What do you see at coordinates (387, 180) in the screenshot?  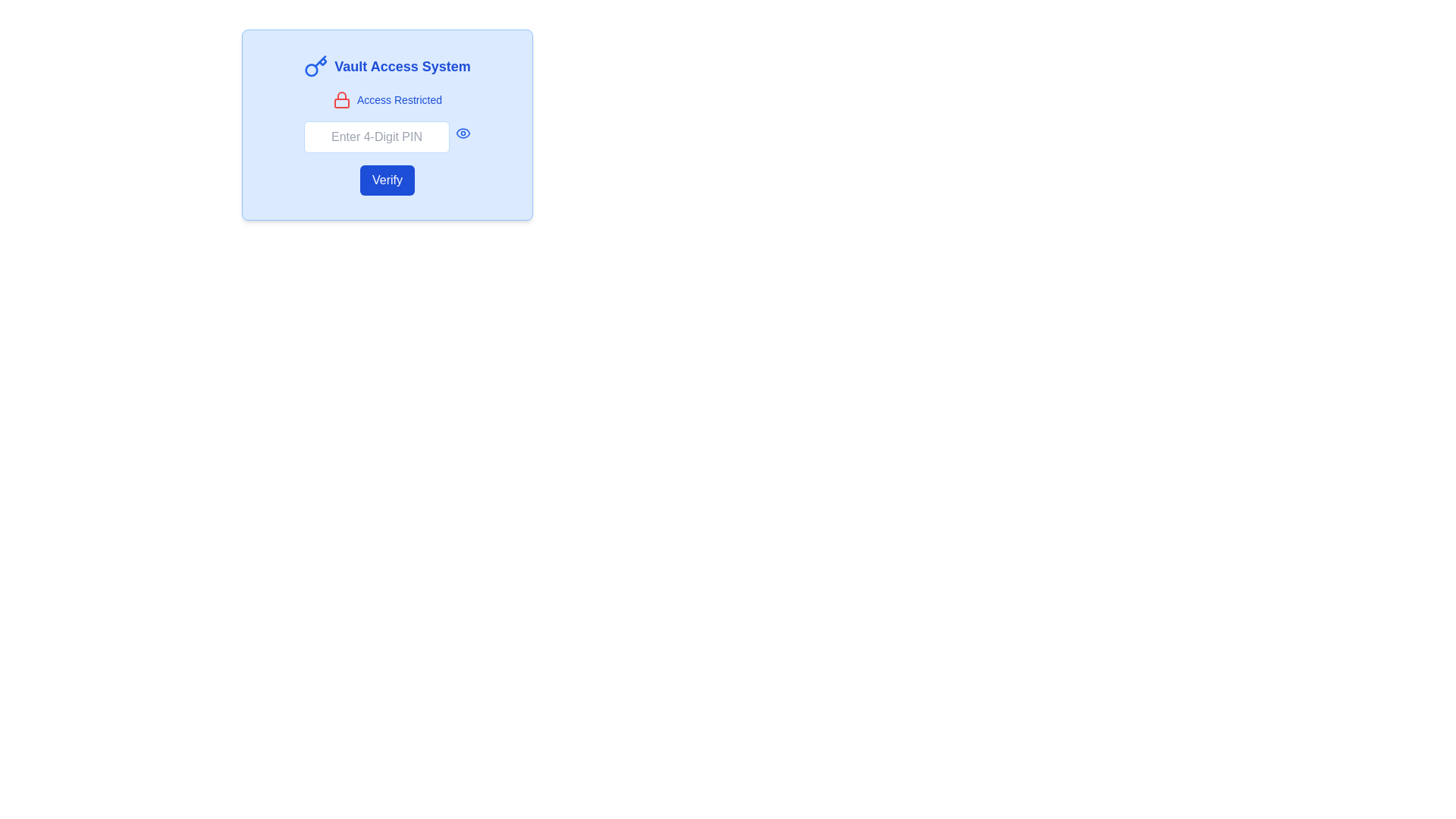 I see `the 'Verify' button, a dark blue rectangular button with rounded corners` at bounding box center [387, 180].